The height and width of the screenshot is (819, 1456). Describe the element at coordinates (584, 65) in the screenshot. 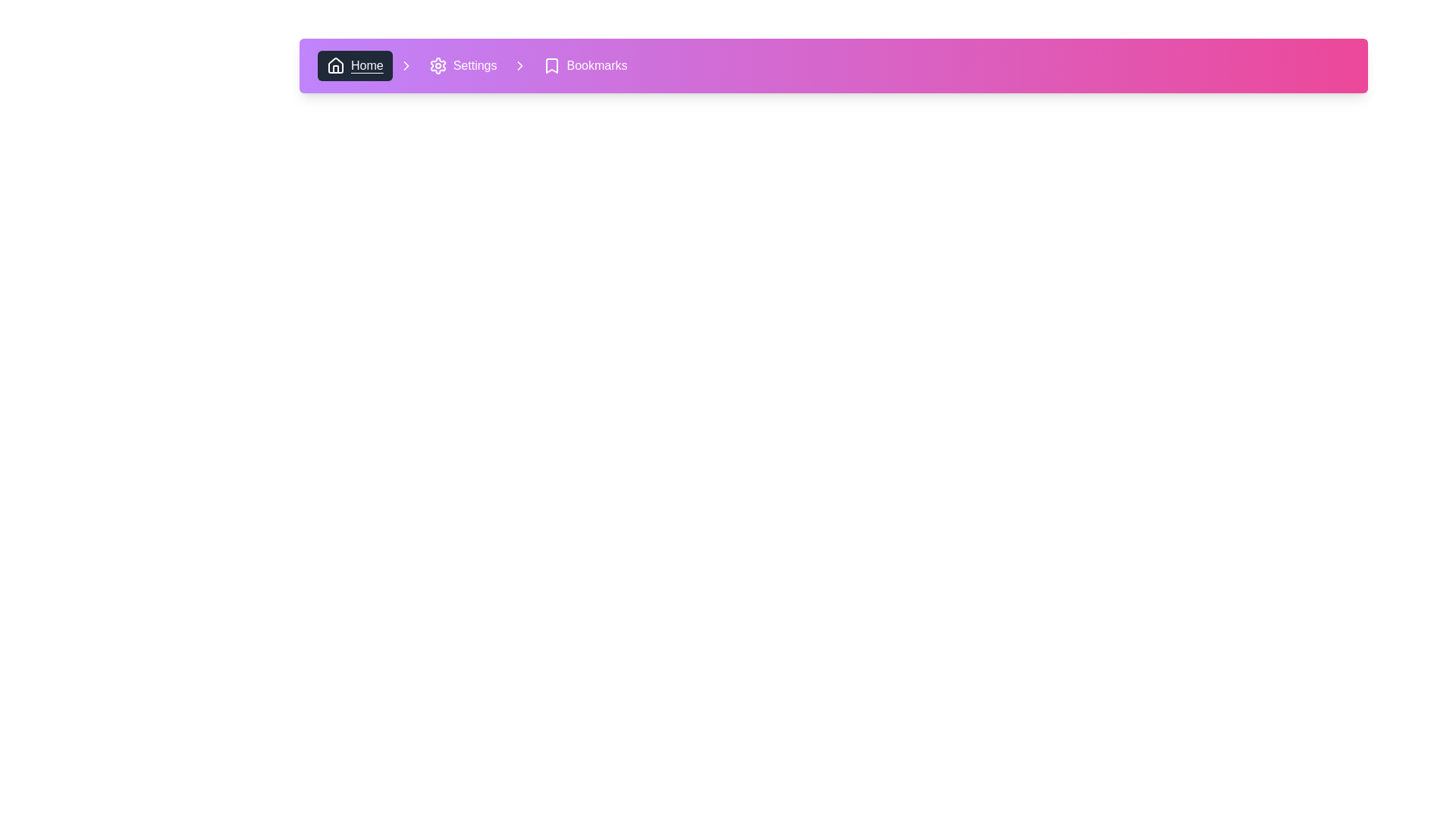

I see `the 'Bookmarks' button, which displays a bookmark icon and is the third option in the navigation bar` at that location.